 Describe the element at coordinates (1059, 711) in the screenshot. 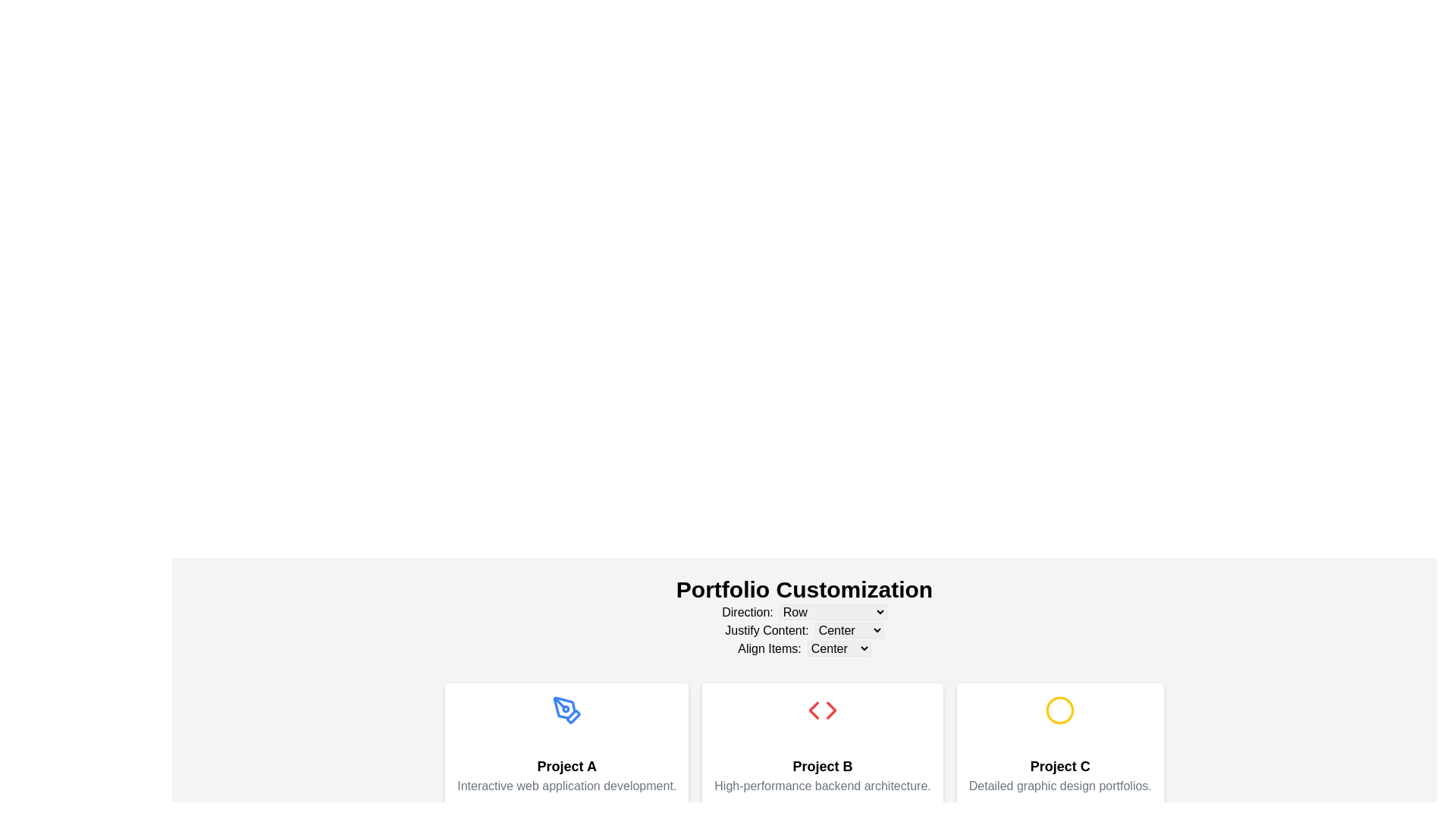

I see `the small decorative circular graphic with a yellow stroke located above the text 'Project C'` at that location.